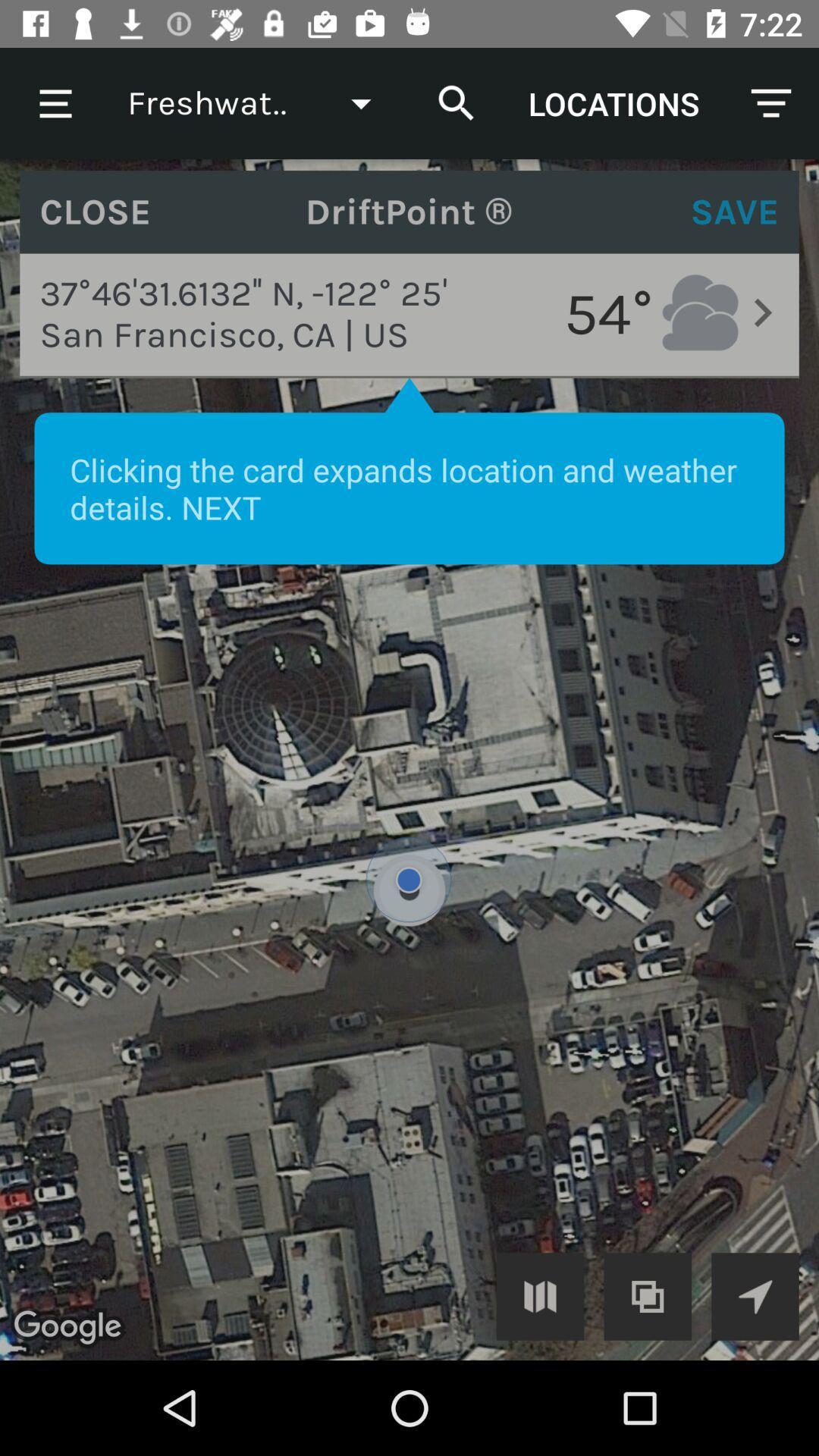 This screenshot has width=819, height=1456. I want to click on map, so click(539, 1295).